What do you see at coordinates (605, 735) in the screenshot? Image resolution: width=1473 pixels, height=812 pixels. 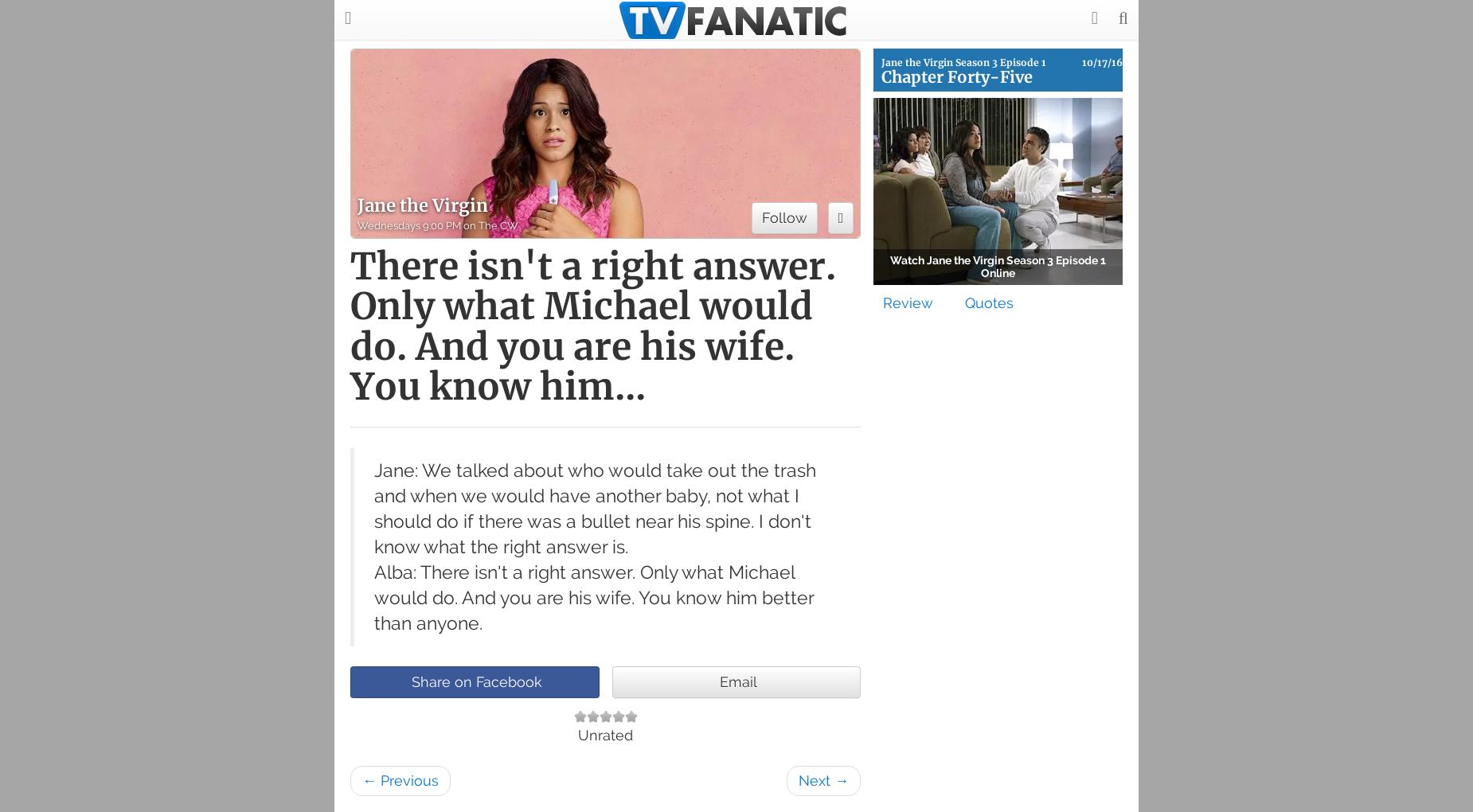 I see `'Unrated'` at bounding box center [605, 735].